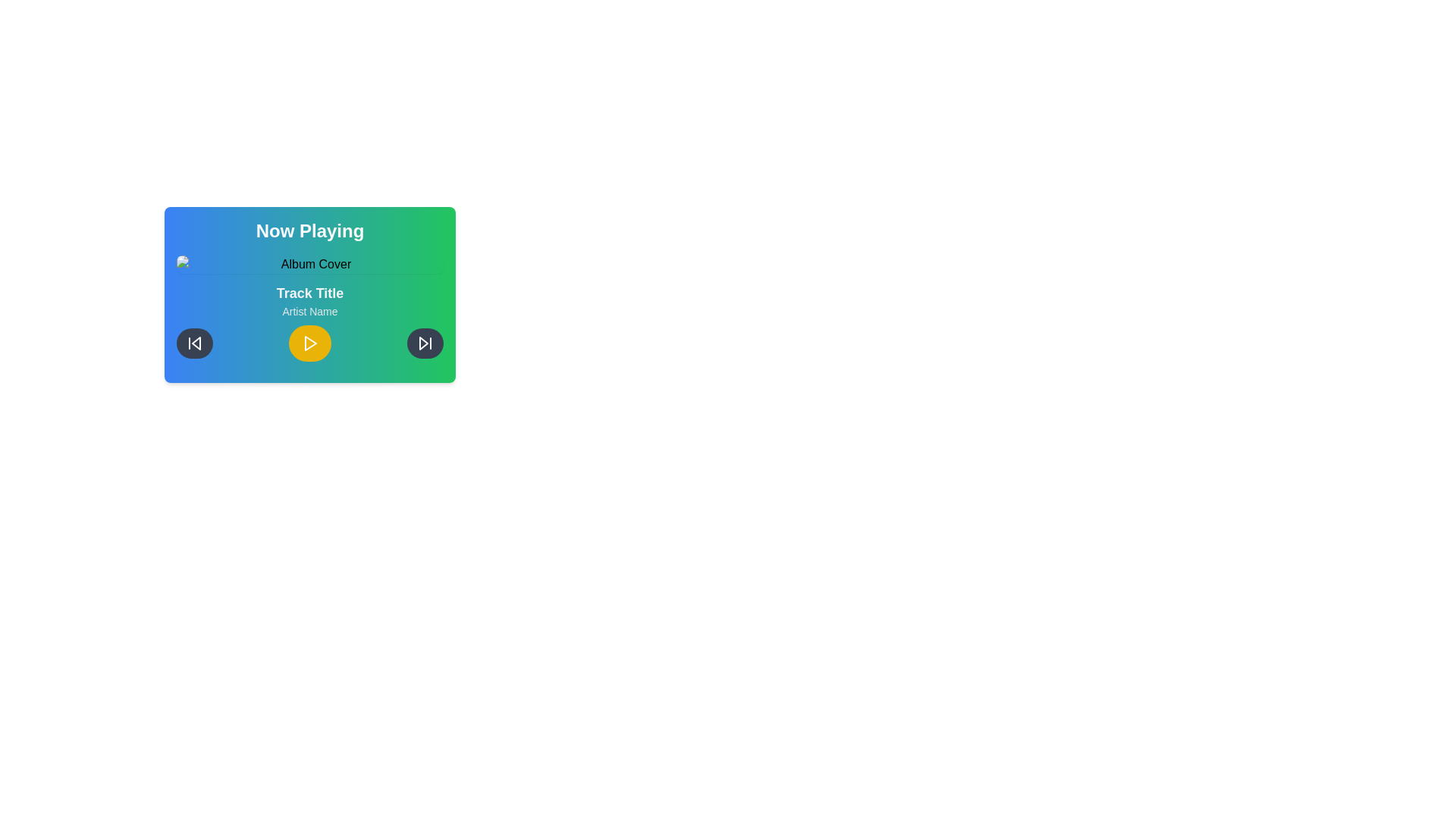  What do you see at coordinates (309, 293) in the screenshot?
I see `the non-interactive text label displaying the title of the currently playing track in the media interface, located in the 'Now Playing' section` at bounding box center [309, 293].